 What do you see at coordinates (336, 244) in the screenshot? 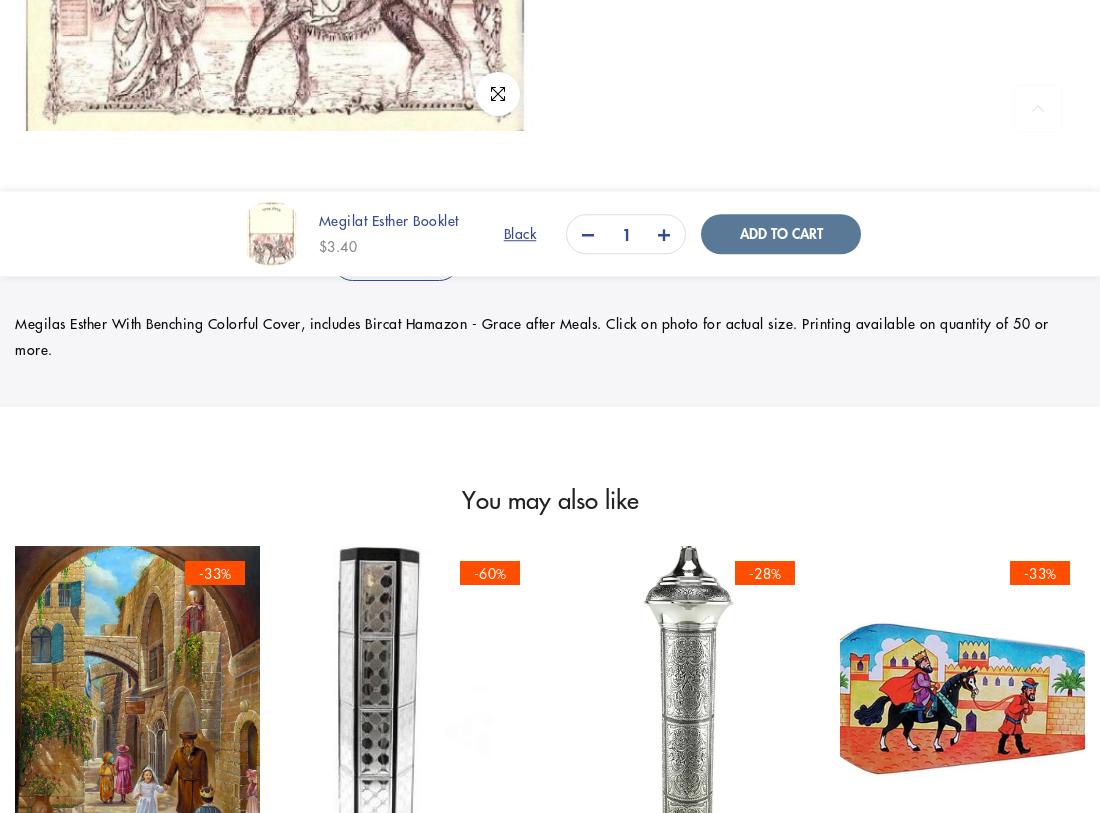
I see `'$3.40'` at bounding box center [336, 244].